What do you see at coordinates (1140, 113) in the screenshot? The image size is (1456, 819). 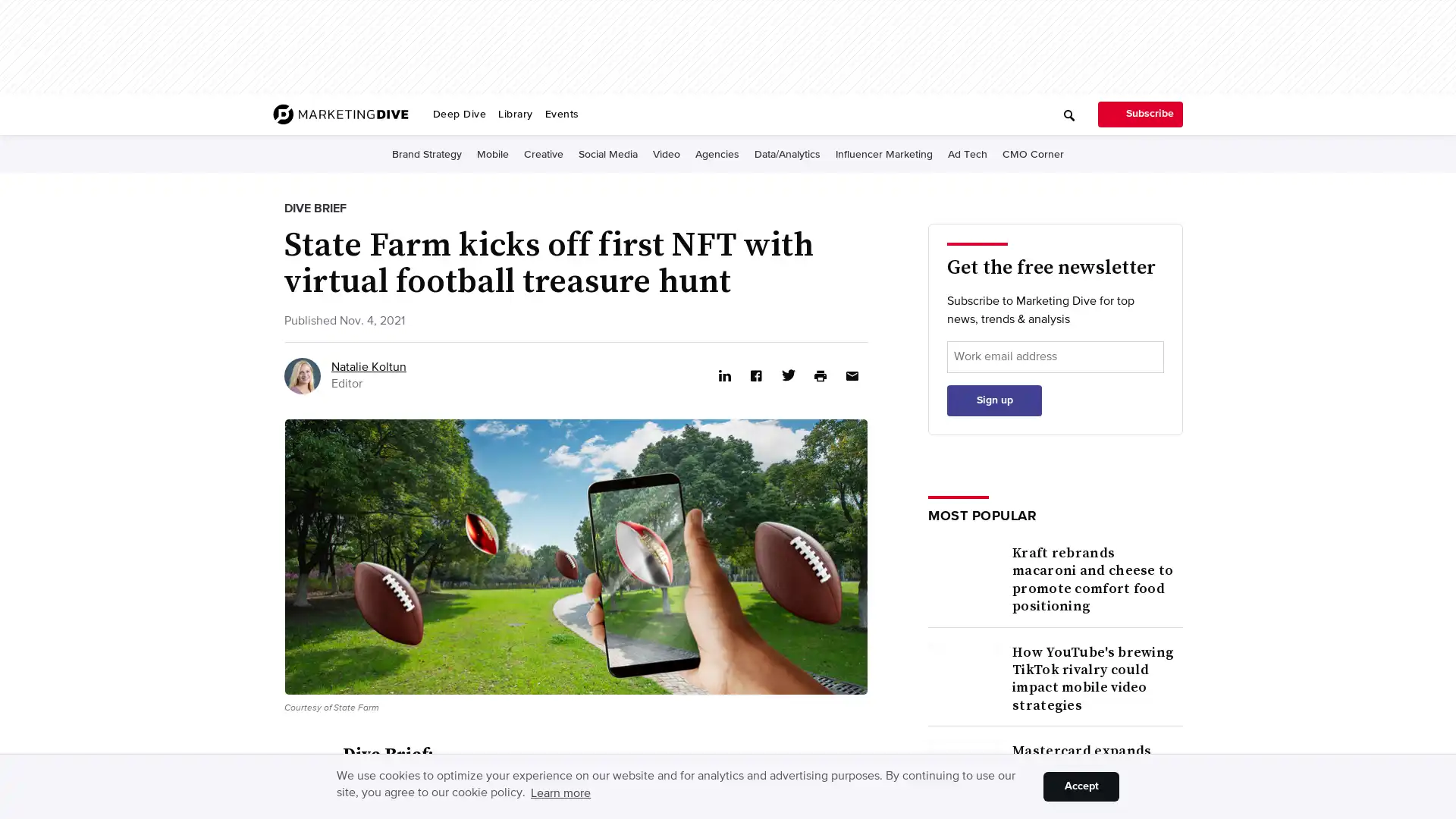 I see `Subscribe` at bounding box center [1140, 113].